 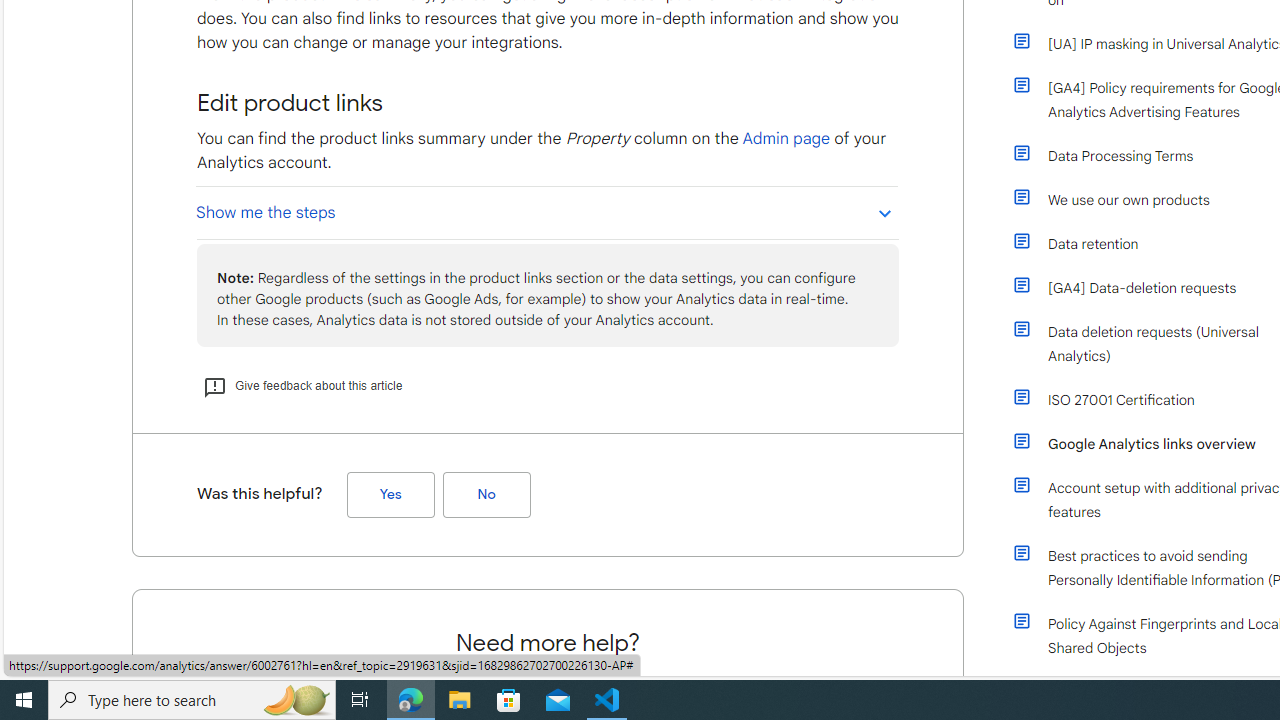 I want to click on 'Admin page', so click(x=785, y=137).